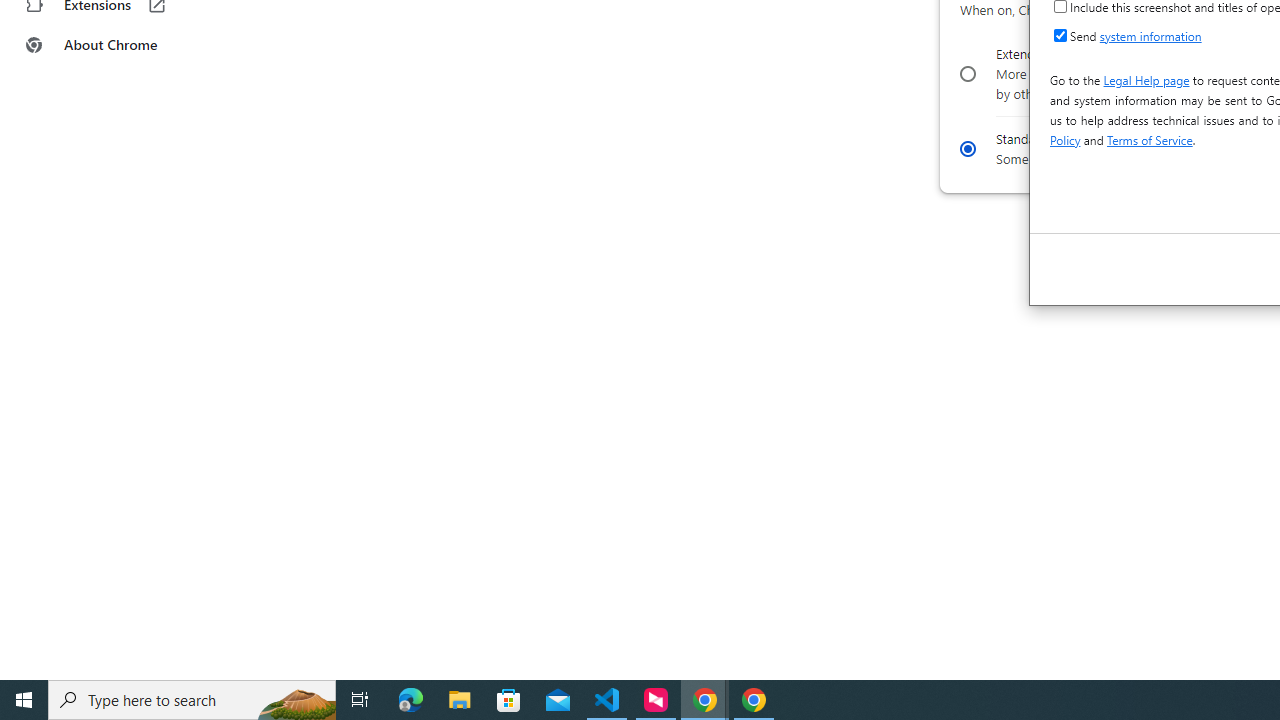 This screenshot has width=1280, height=720. I want to click on 'Microsoft Store', so click(509, 698).